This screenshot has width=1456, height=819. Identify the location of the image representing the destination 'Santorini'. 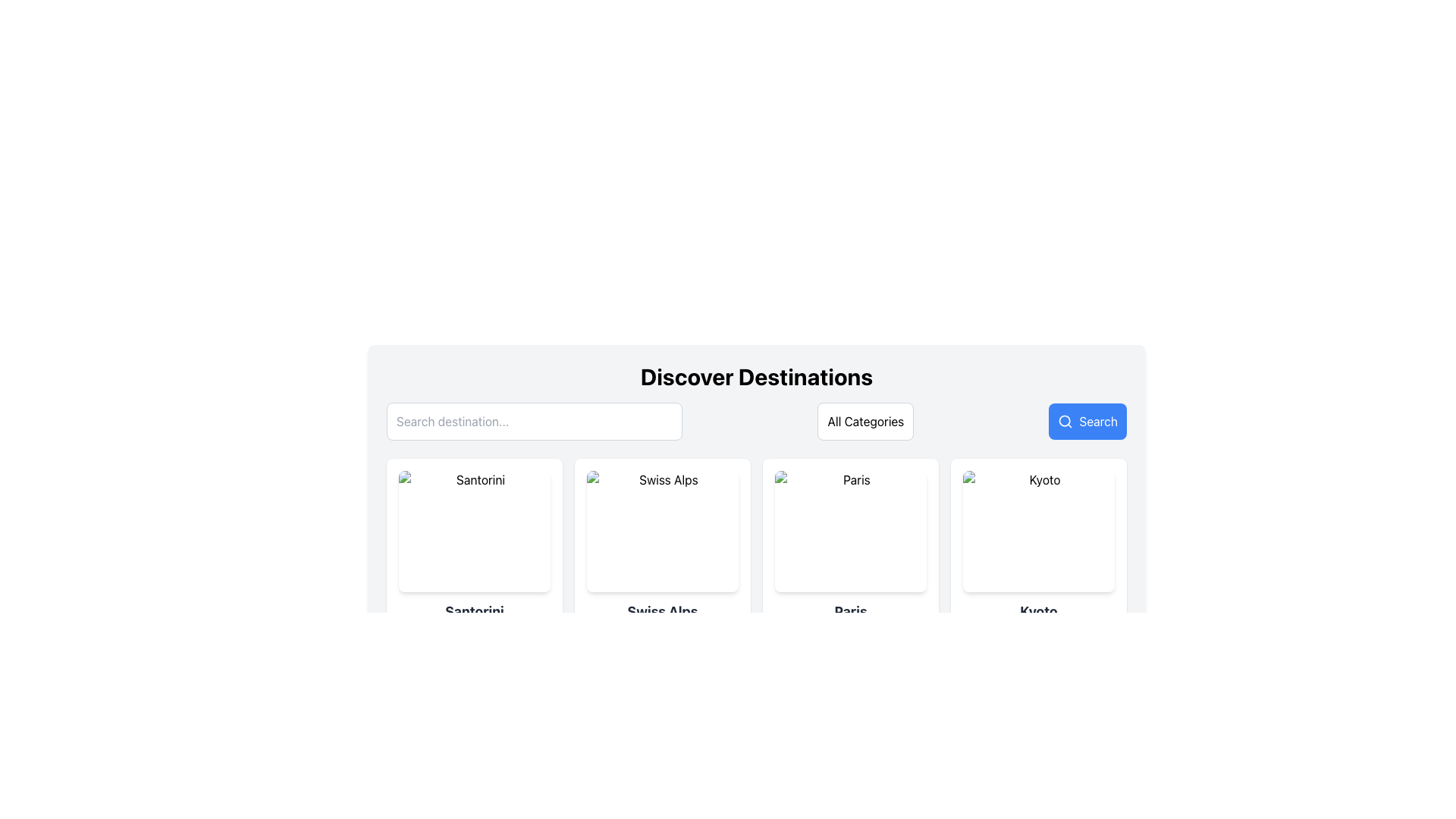
(473, 531).